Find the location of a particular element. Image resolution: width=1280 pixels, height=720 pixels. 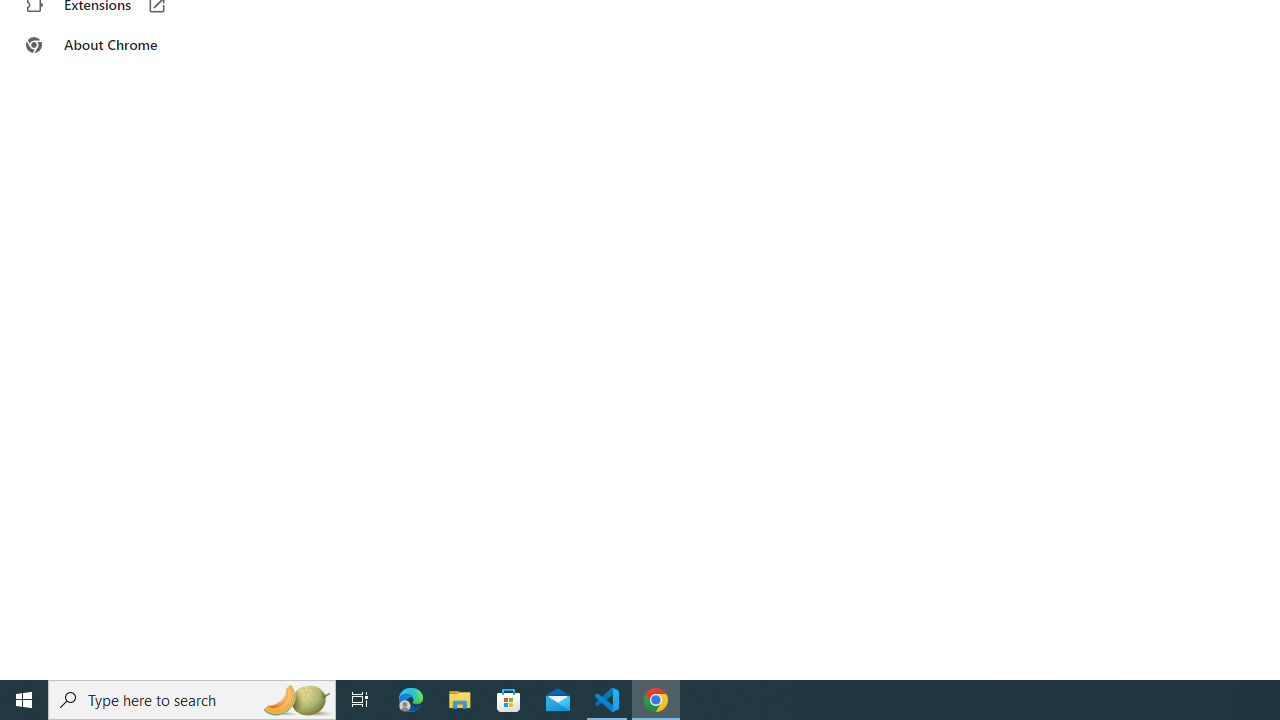

'Microsoft Edge' is located at coordinates (410, 698).